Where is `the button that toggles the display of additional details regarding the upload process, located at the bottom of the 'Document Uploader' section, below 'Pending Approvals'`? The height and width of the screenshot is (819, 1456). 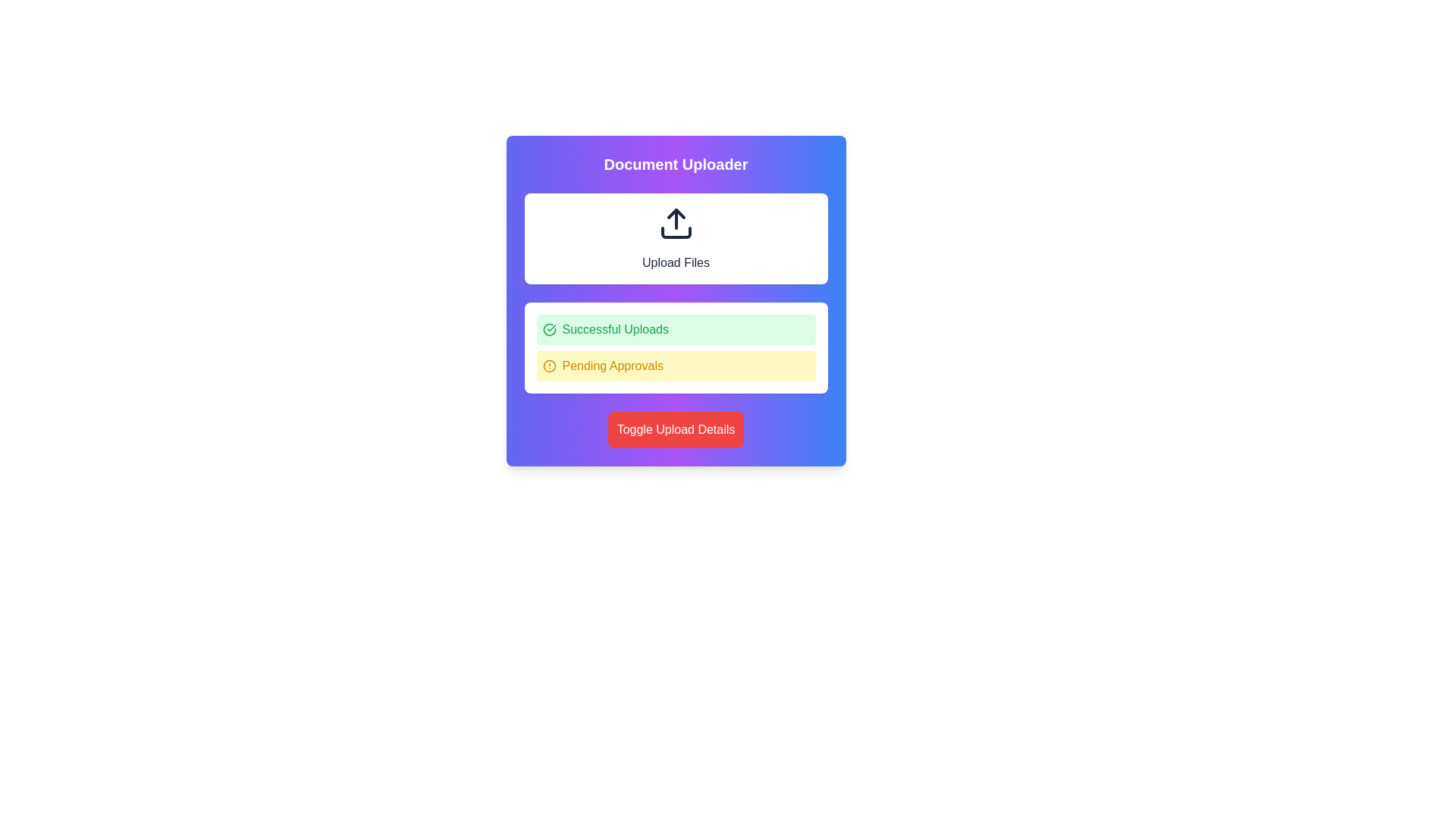 the button that toggles the display of additional details regarding the upload process, located at the bottom of the 'Document Uploader' section, below 'Pending Approvals' is located at coordinates (675, 430).